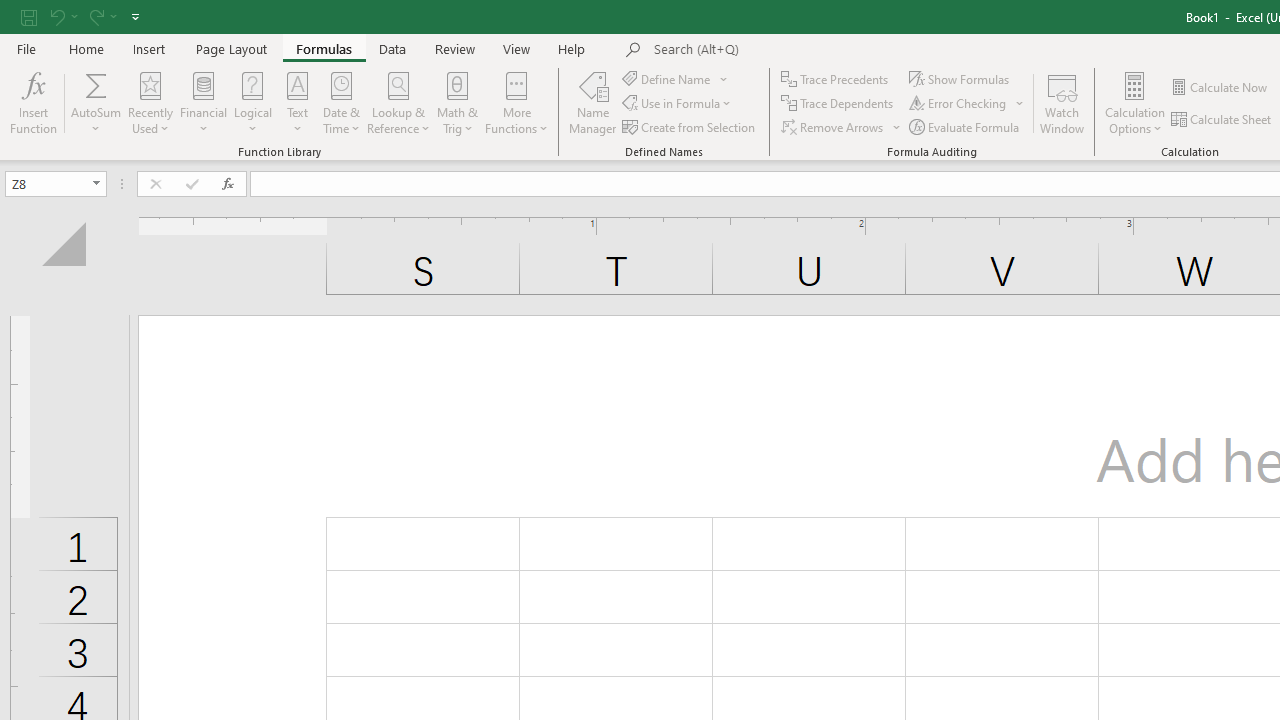  I want to click on 'Remove Arrows', so click(842, 127).